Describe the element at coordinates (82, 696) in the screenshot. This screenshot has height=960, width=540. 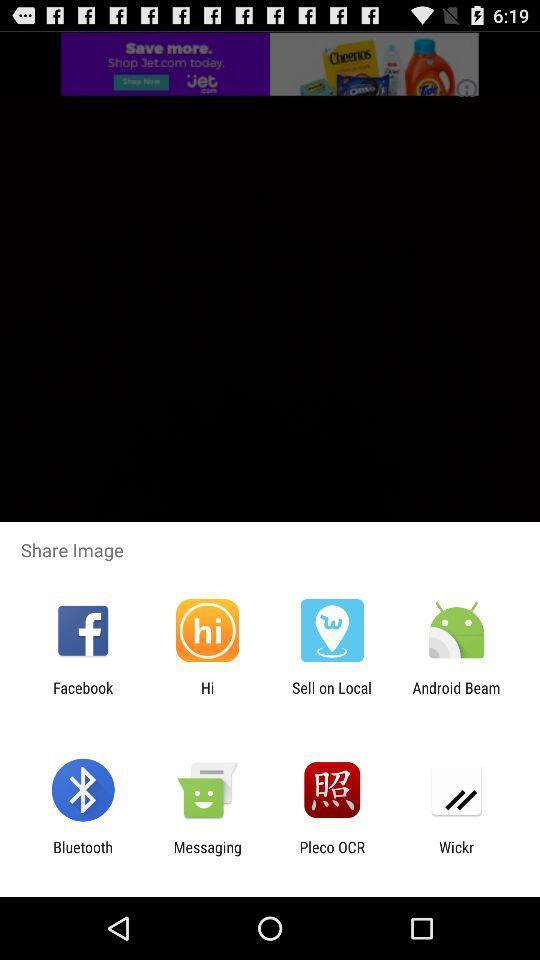
I see `icon to the left of the hi item` at that location.